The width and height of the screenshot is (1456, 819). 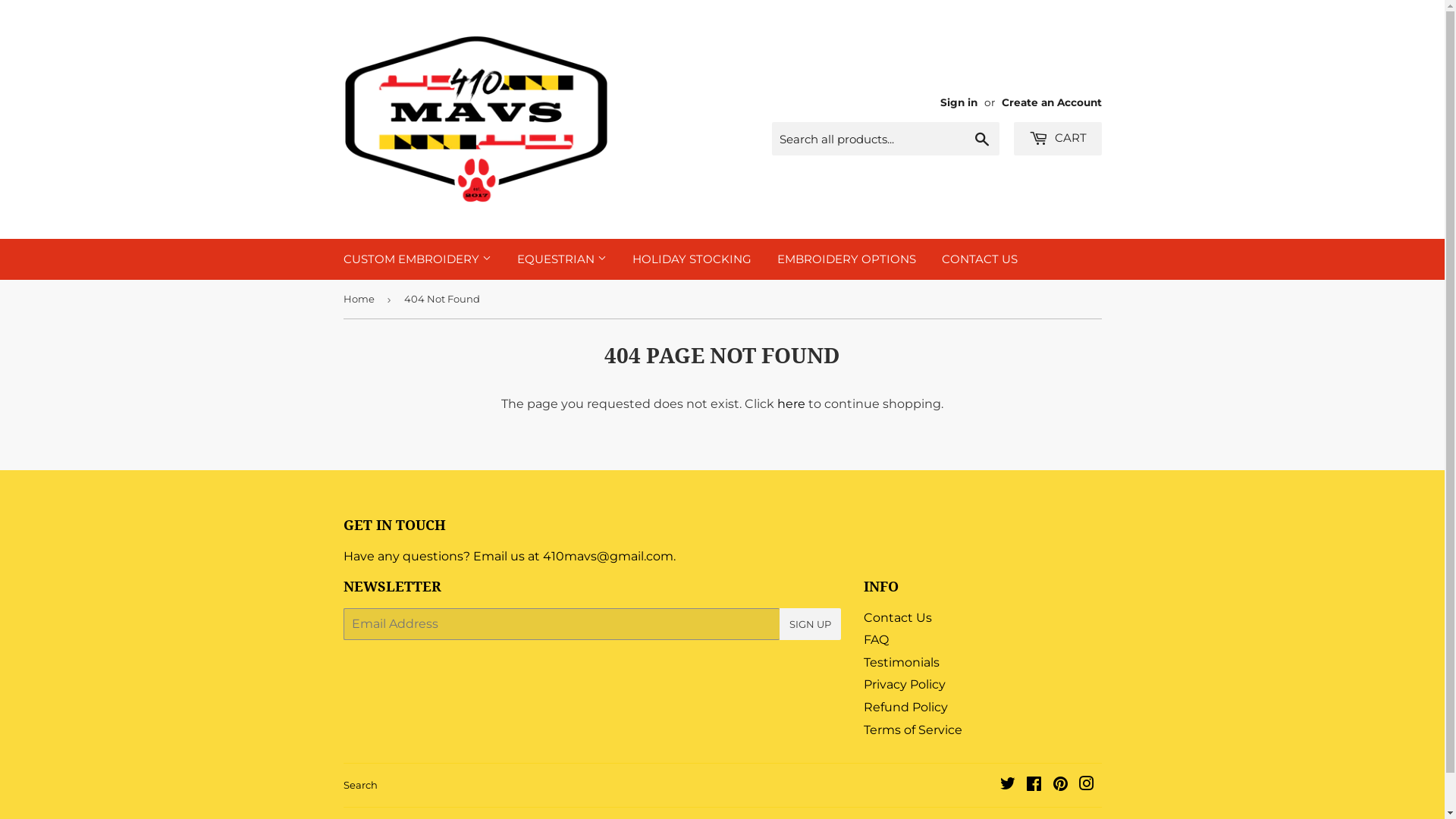 What do you see at coordinates (905, 684) in the screenshot?
I see `'Privacy Policy'` at bounding box center [905, 684].